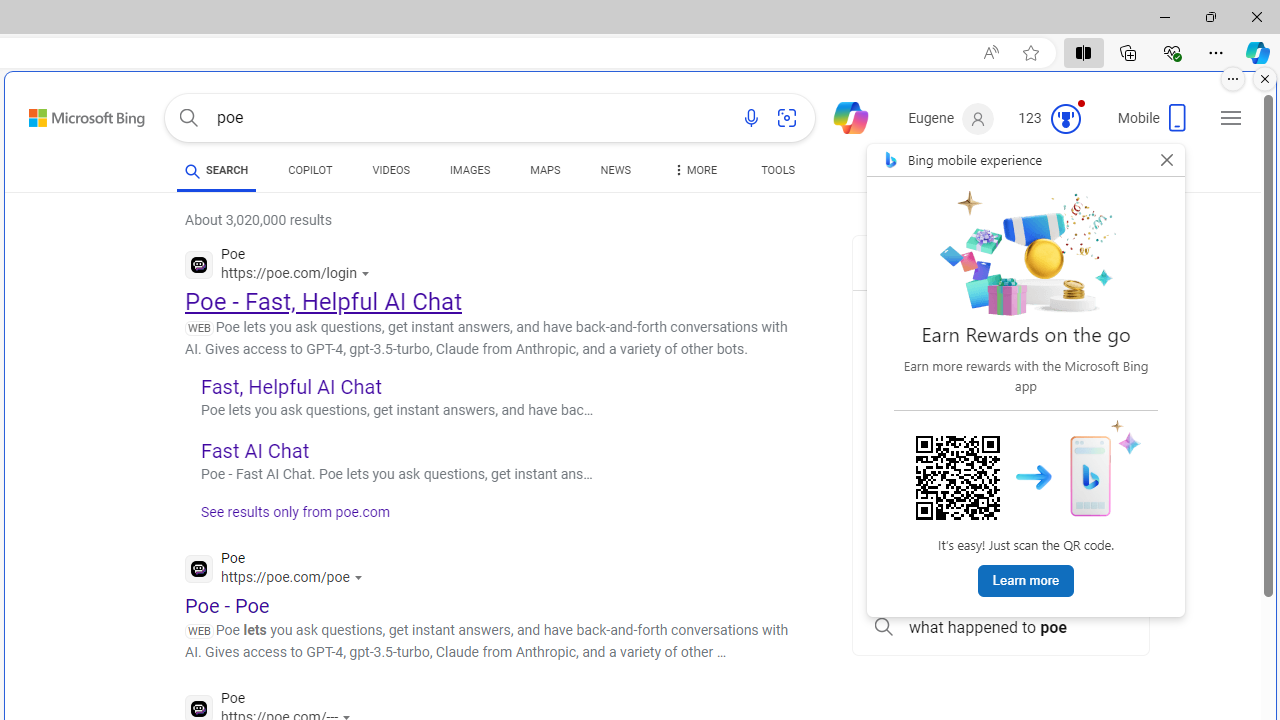 The image size is (1280, 720). Describe the element at coordinates (469, 172) in the screenshot. I see `'IMAGES'` at that location.